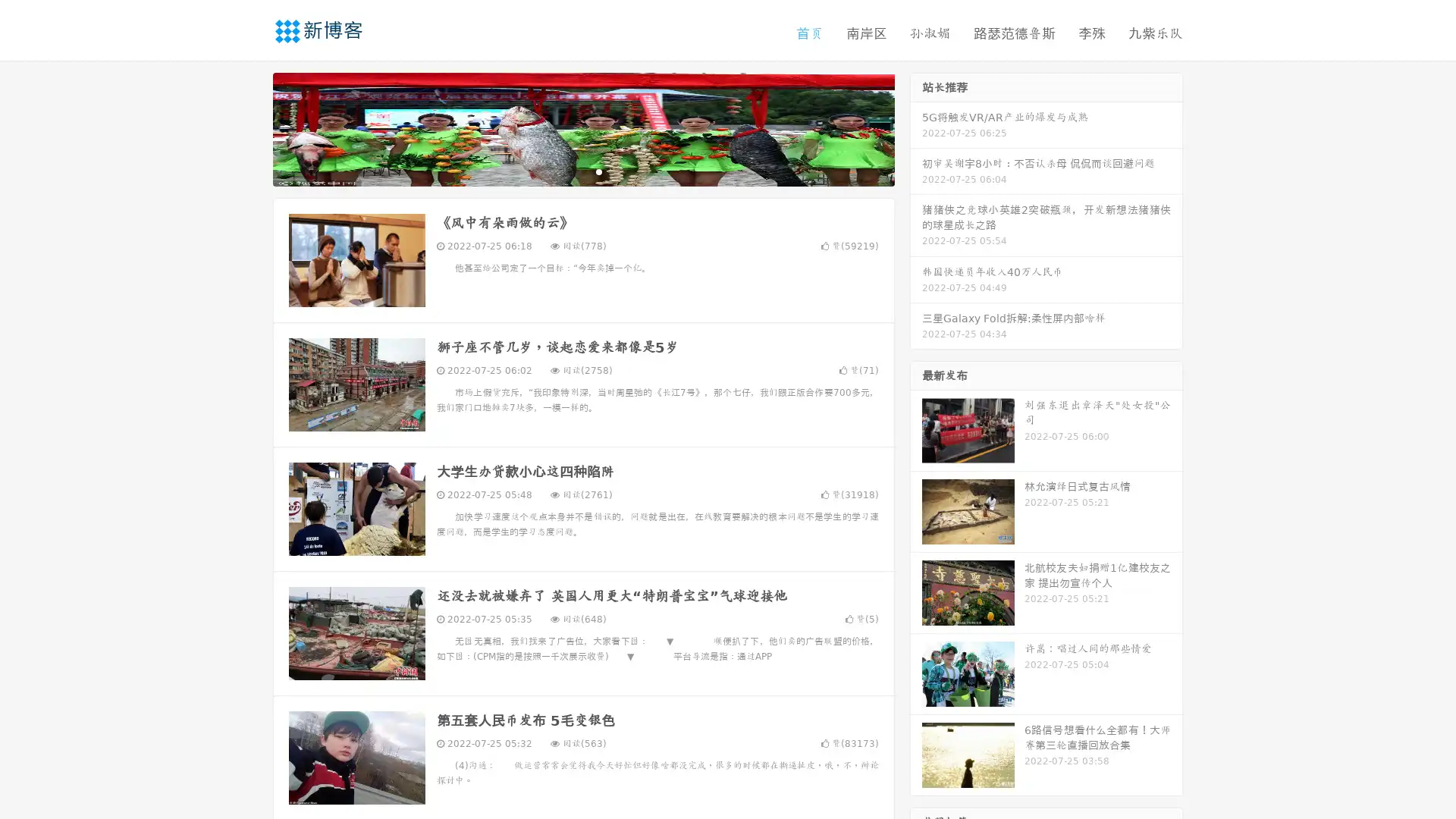  What do you see at coordinates (916, 127) in the screenshot?
I see `Next slide` at bounding box center [916, 127].